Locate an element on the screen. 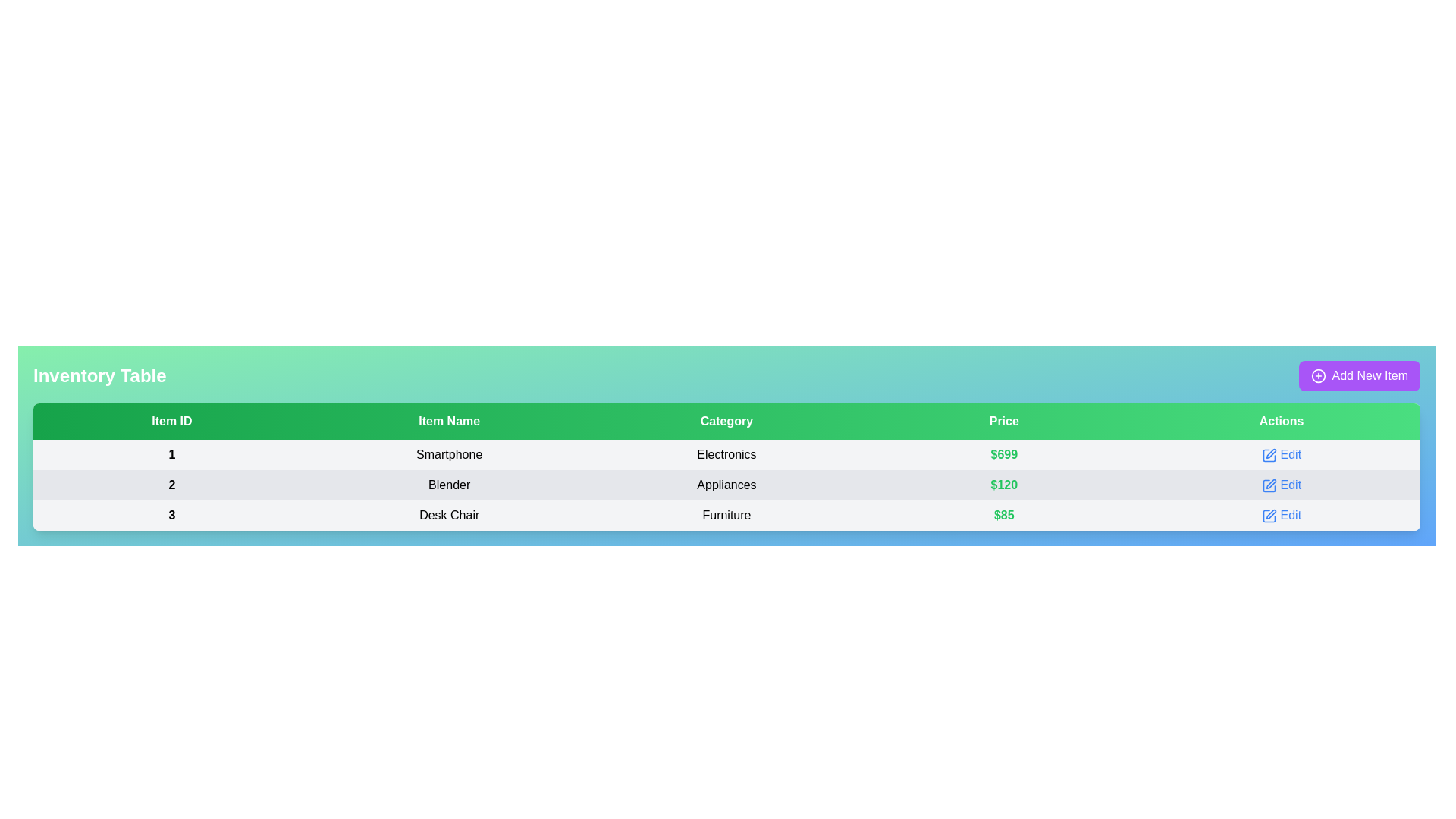 The height and width of the screenshot is (819, 1456). the 'Edit' SVG-based icon located in the 'Actions' column of the inventory table for the row corresponding to 'Blender' to interact with the edit functionality is located at coordinates (1269, 485).